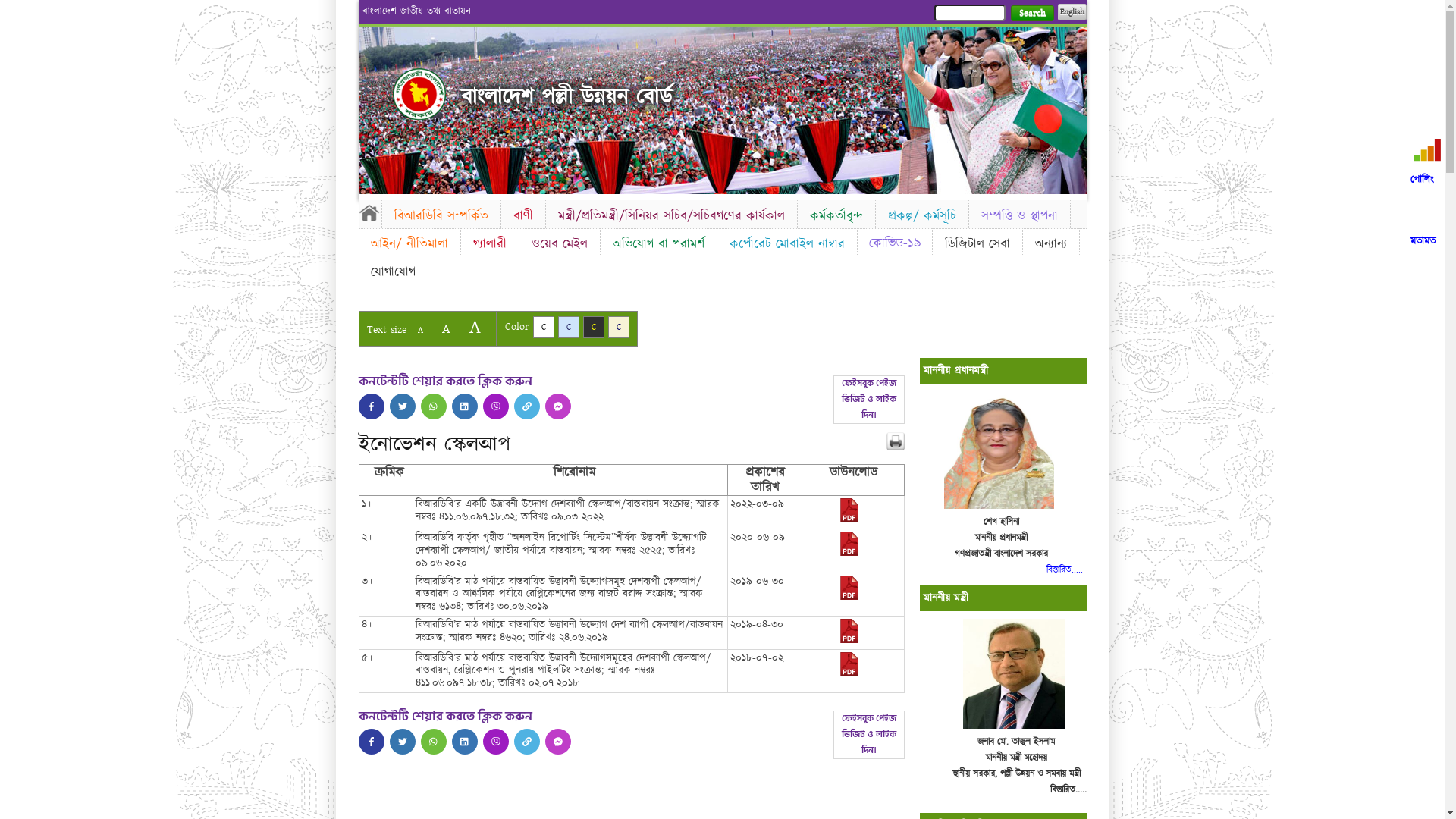  I want to click on 'C', so click(532, 326).